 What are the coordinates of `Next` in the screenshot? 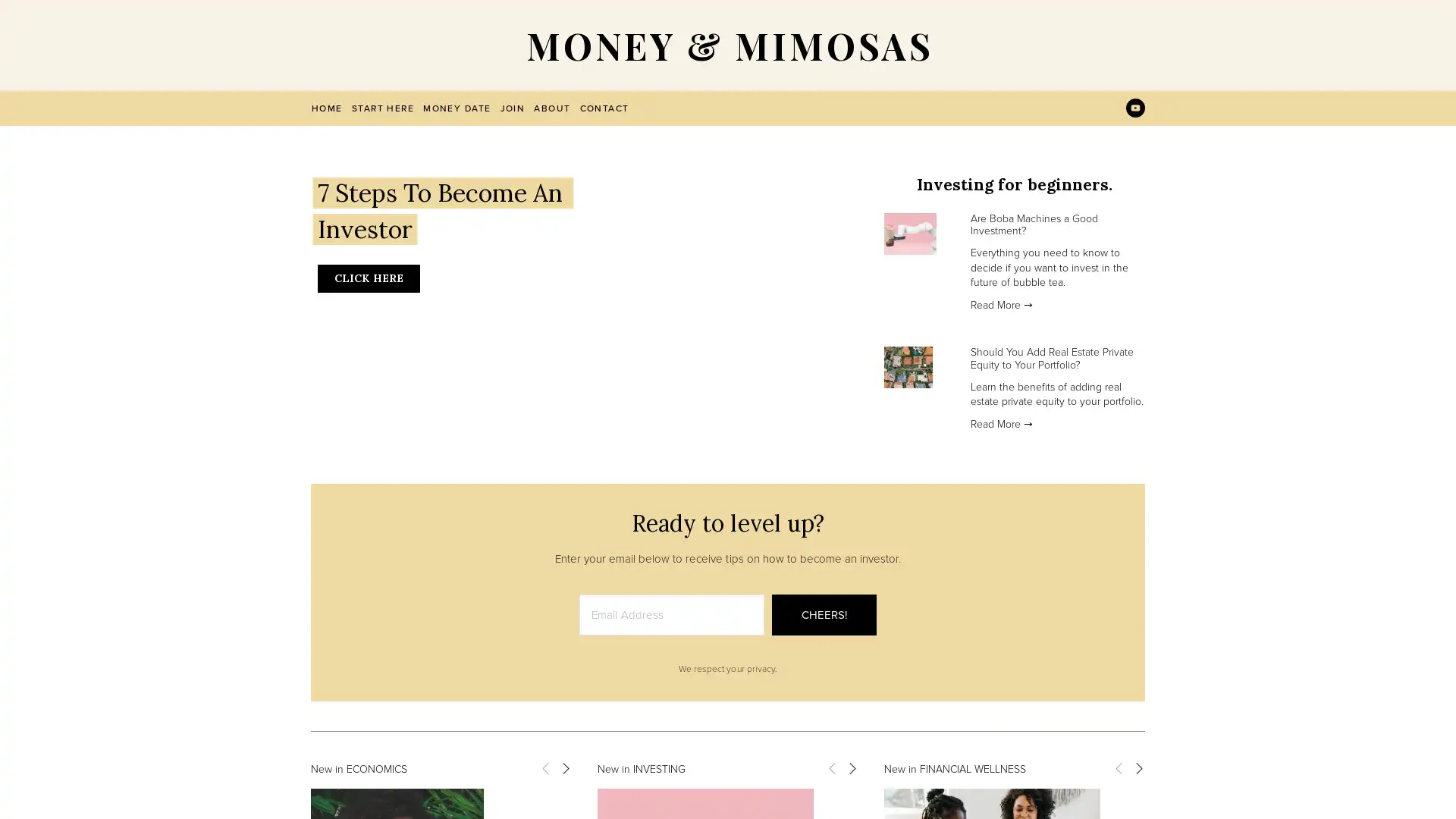 It's located at (852, 767).